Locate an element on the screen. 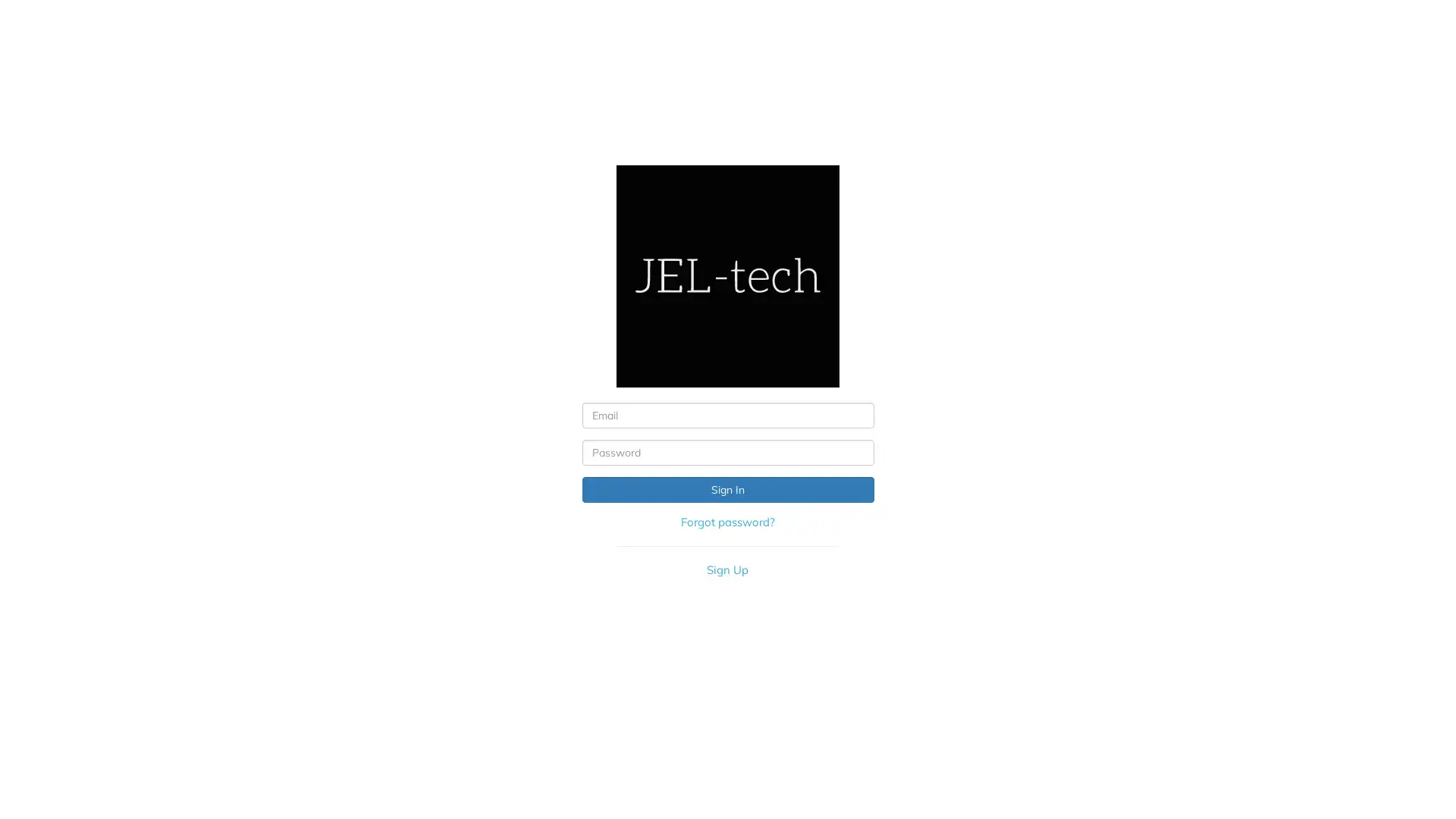  Sign Up is located at coordinates (726, 569).